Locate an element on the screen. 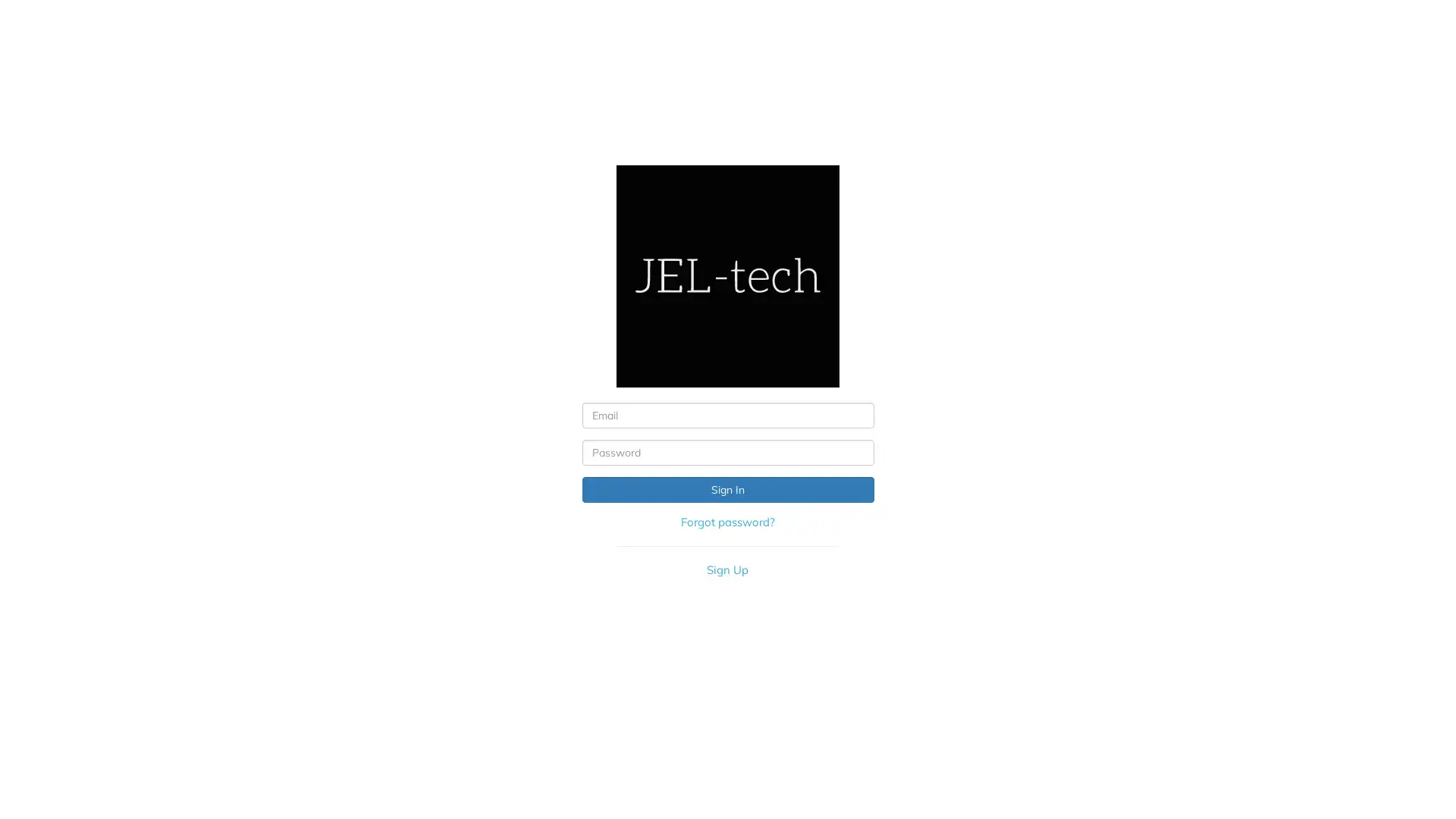  Sign Up is located at coordinates (726, 569).